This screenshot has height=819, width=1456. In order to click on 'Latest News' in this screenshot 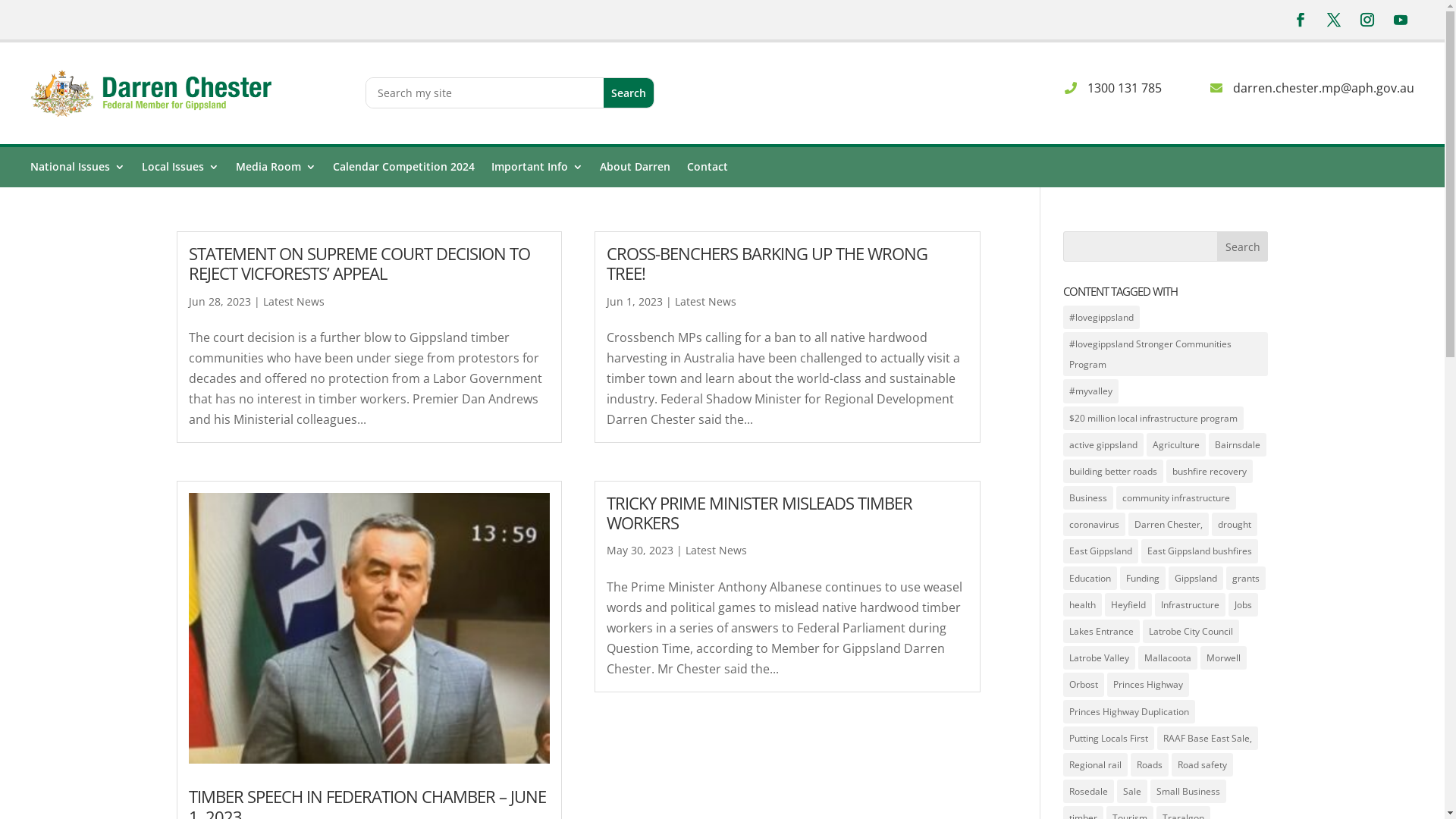, I will do `click(715, 550)`.